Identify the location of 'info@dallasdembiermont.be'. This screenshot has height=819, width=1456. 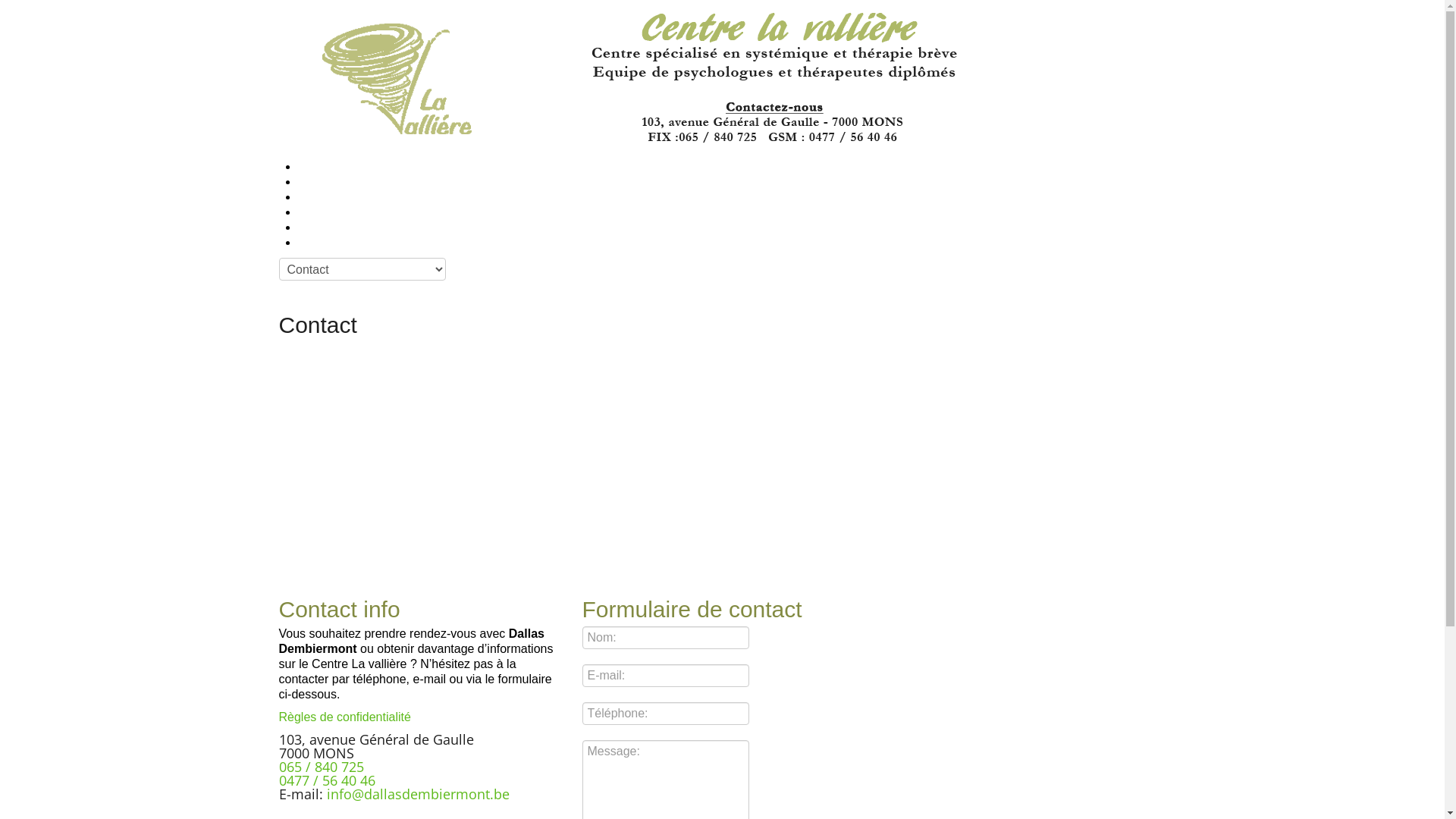
(417, 792).